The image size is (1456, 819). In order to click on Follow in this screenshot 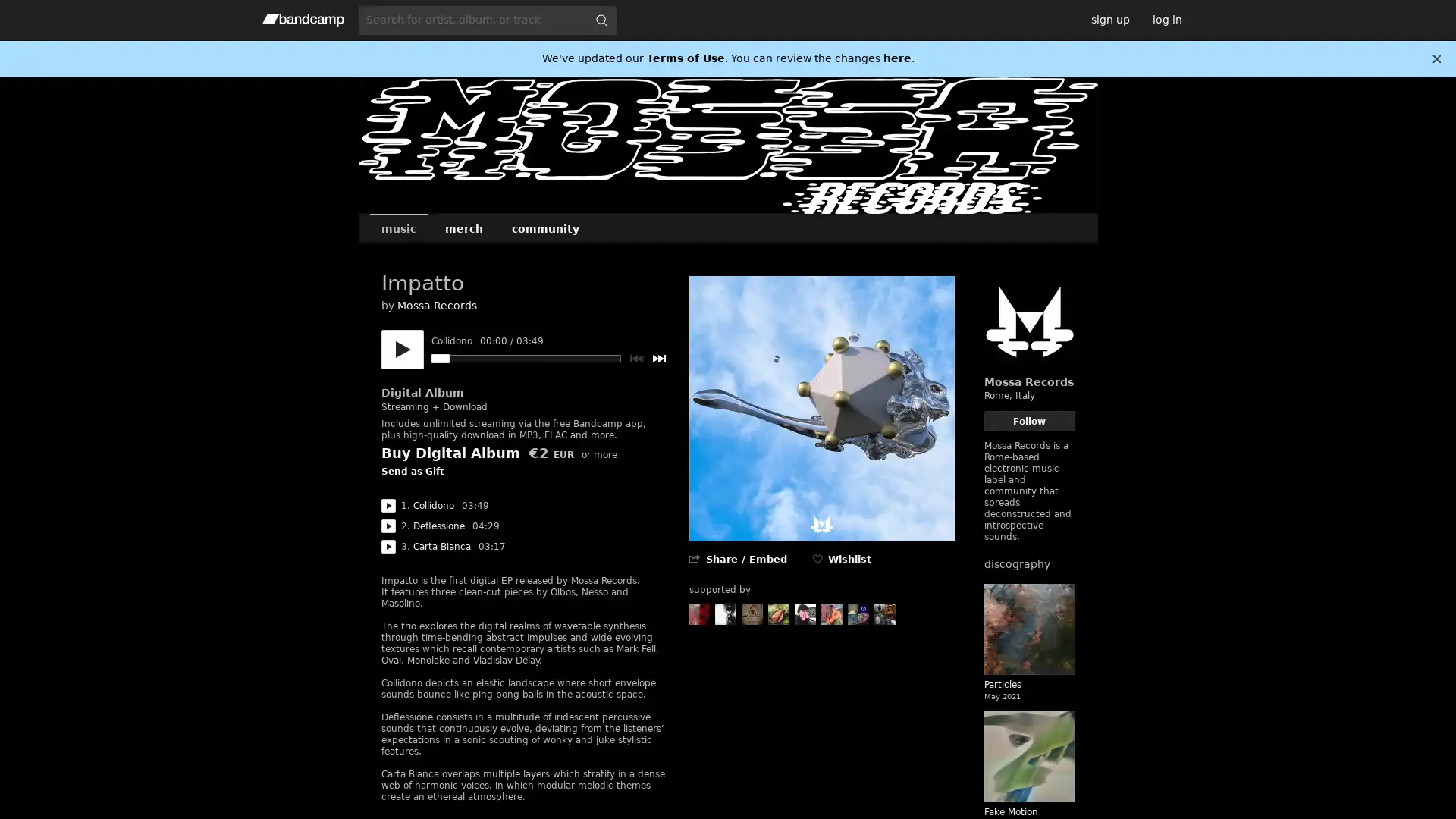, I will do `click(1029, 421)`.